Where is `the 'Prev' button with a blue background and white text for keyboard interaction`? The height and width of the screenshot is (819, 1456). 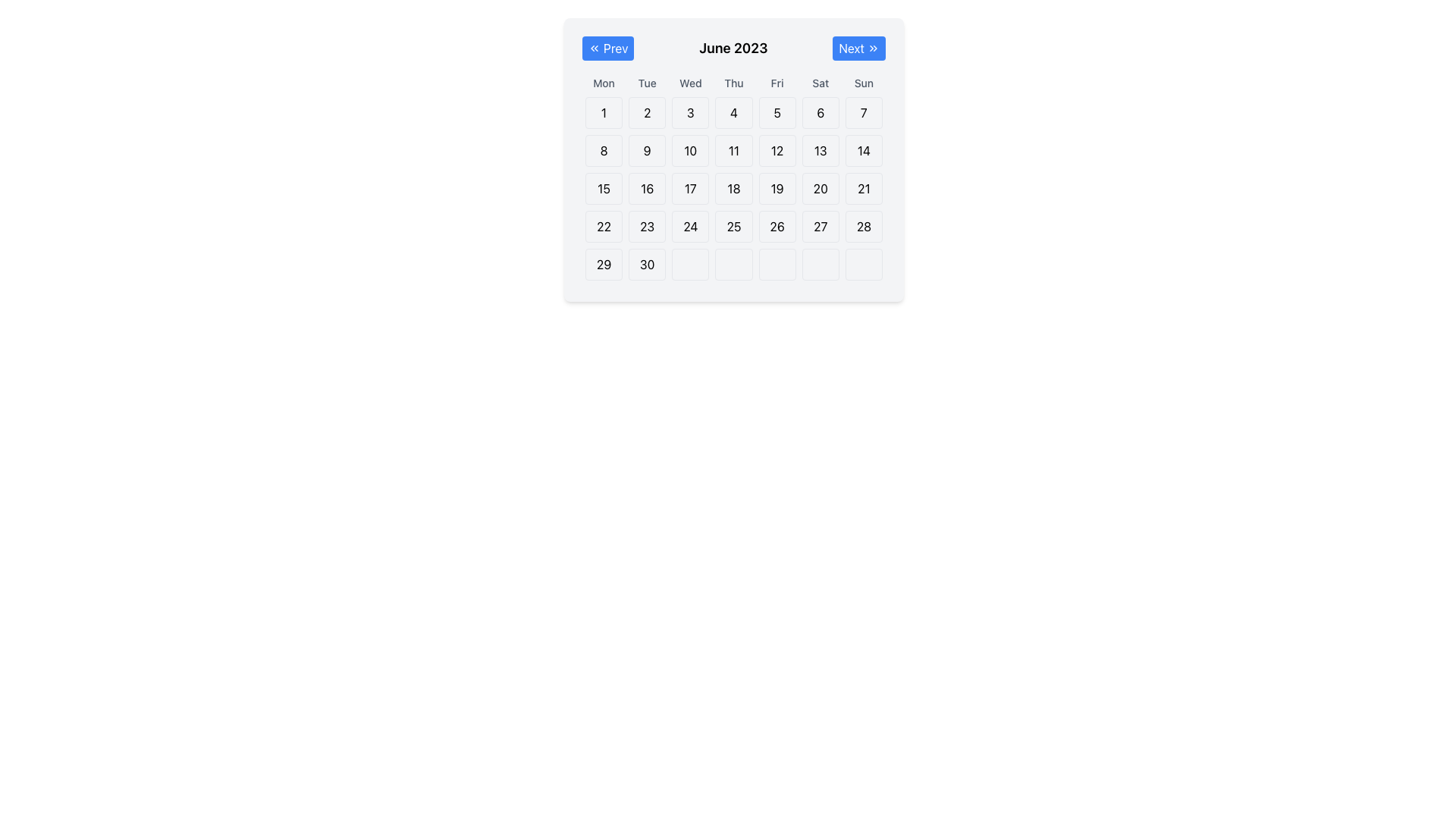
the 'Prev' button with a blue background and white text for keyboard interaction is located at coordinates (608, 48).